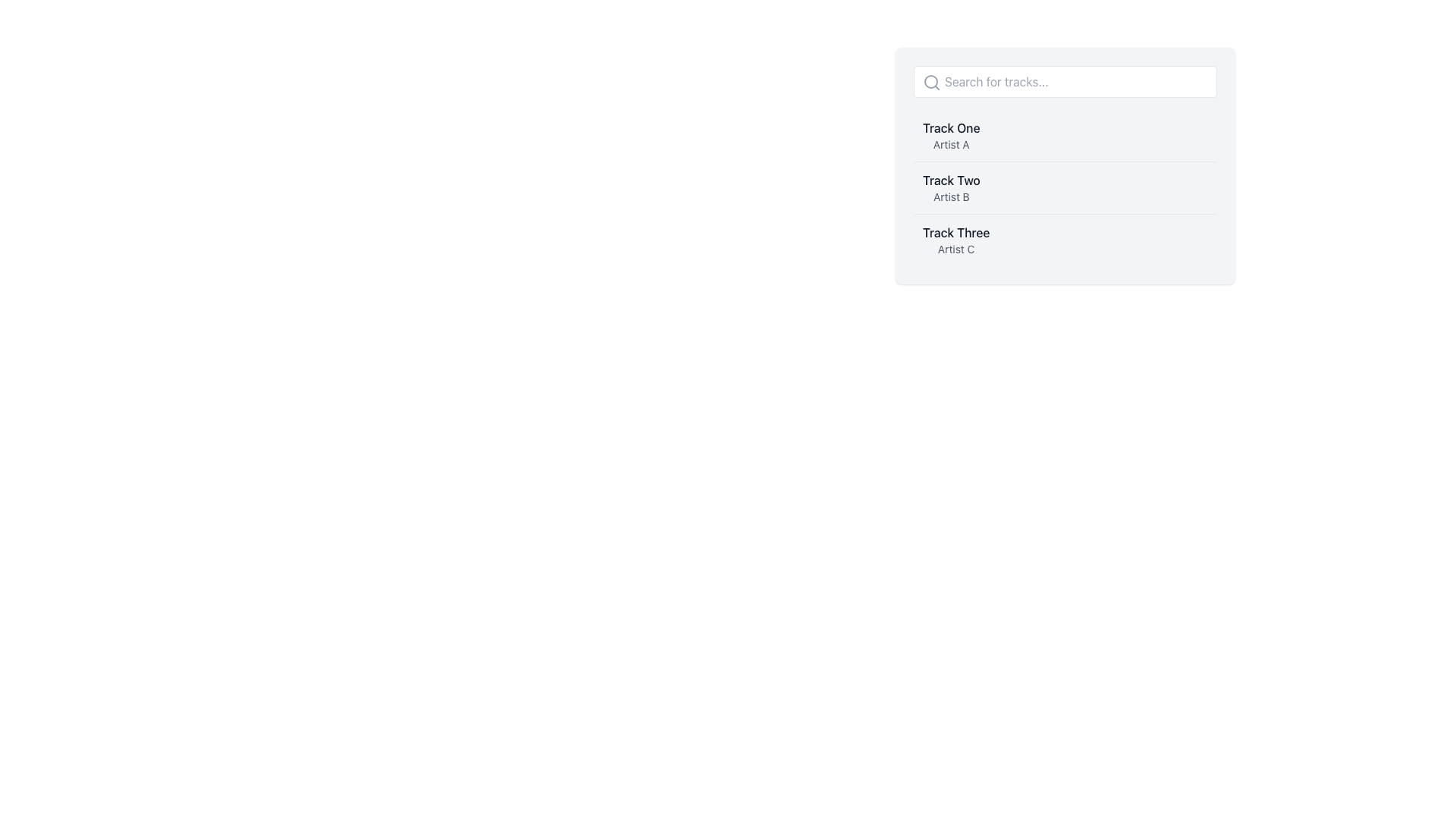  What do you see at coordinates (1065, 187) in the screenshot?
I see `the second music track entry in the list` at bounding box center [1065, 187].